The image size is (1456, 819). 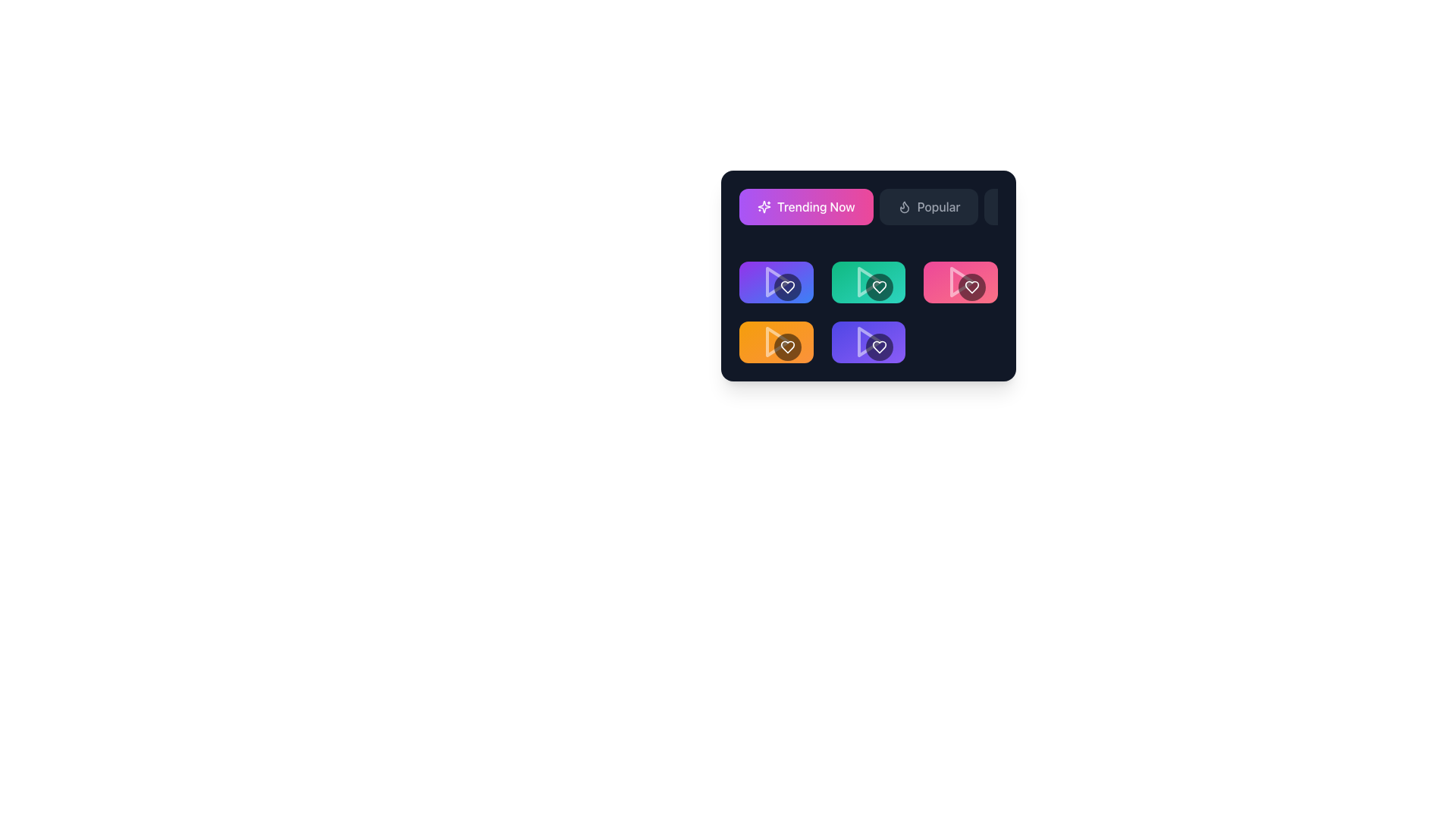 What do you see at coordinates (777, 342) in the screenshot?
I see `the play icon located at the bottom left grid item of the 2x3 grid layout, which is contained within an orange button` at bounding box center [777, 342].